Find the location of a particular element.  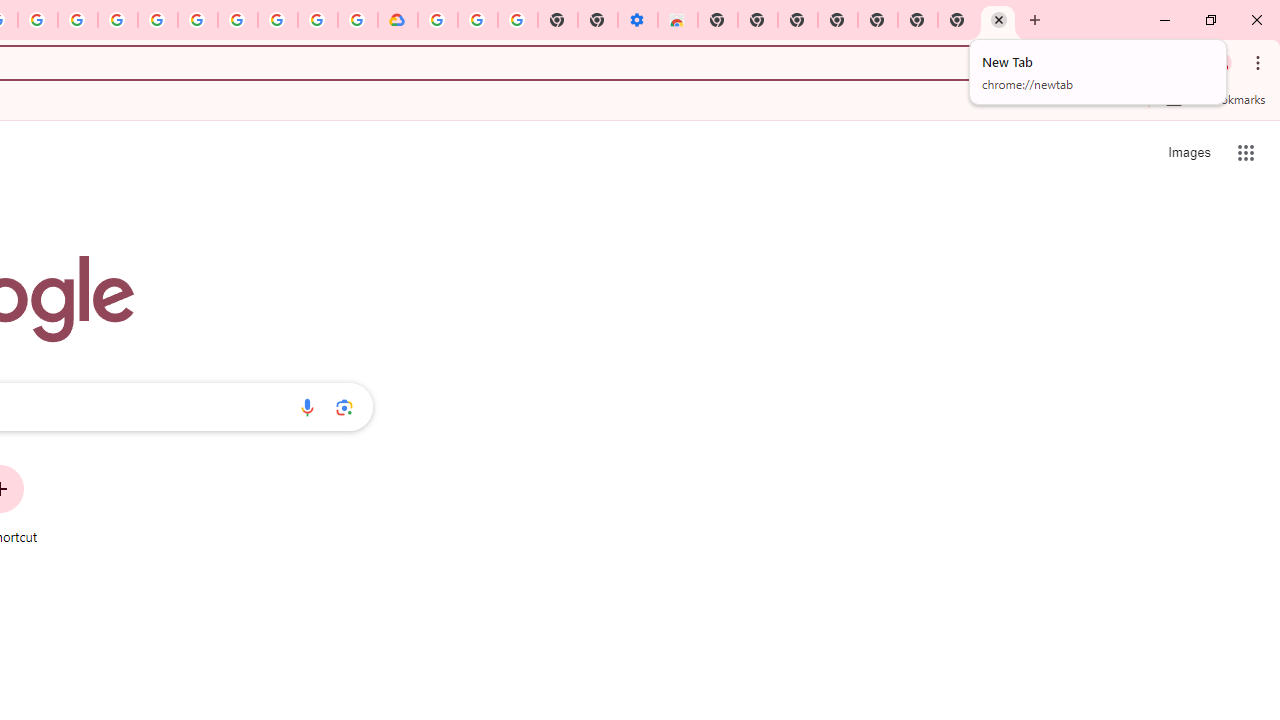

'Turn cookies on or off - Computer - Google Account Help' is located at coordinates (517, 20).